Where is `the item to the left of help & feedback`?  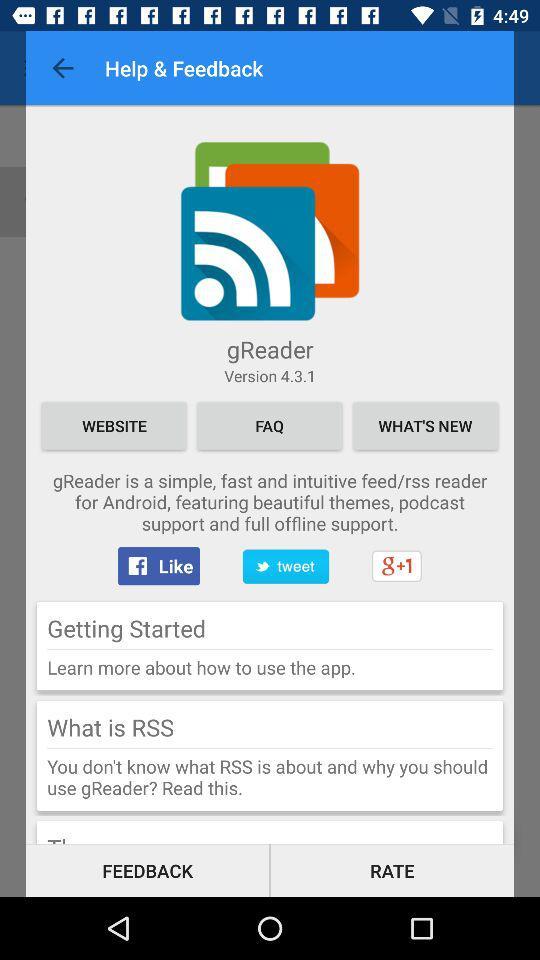 the item to the left of help & feedback is located at coordinates (63, 68).